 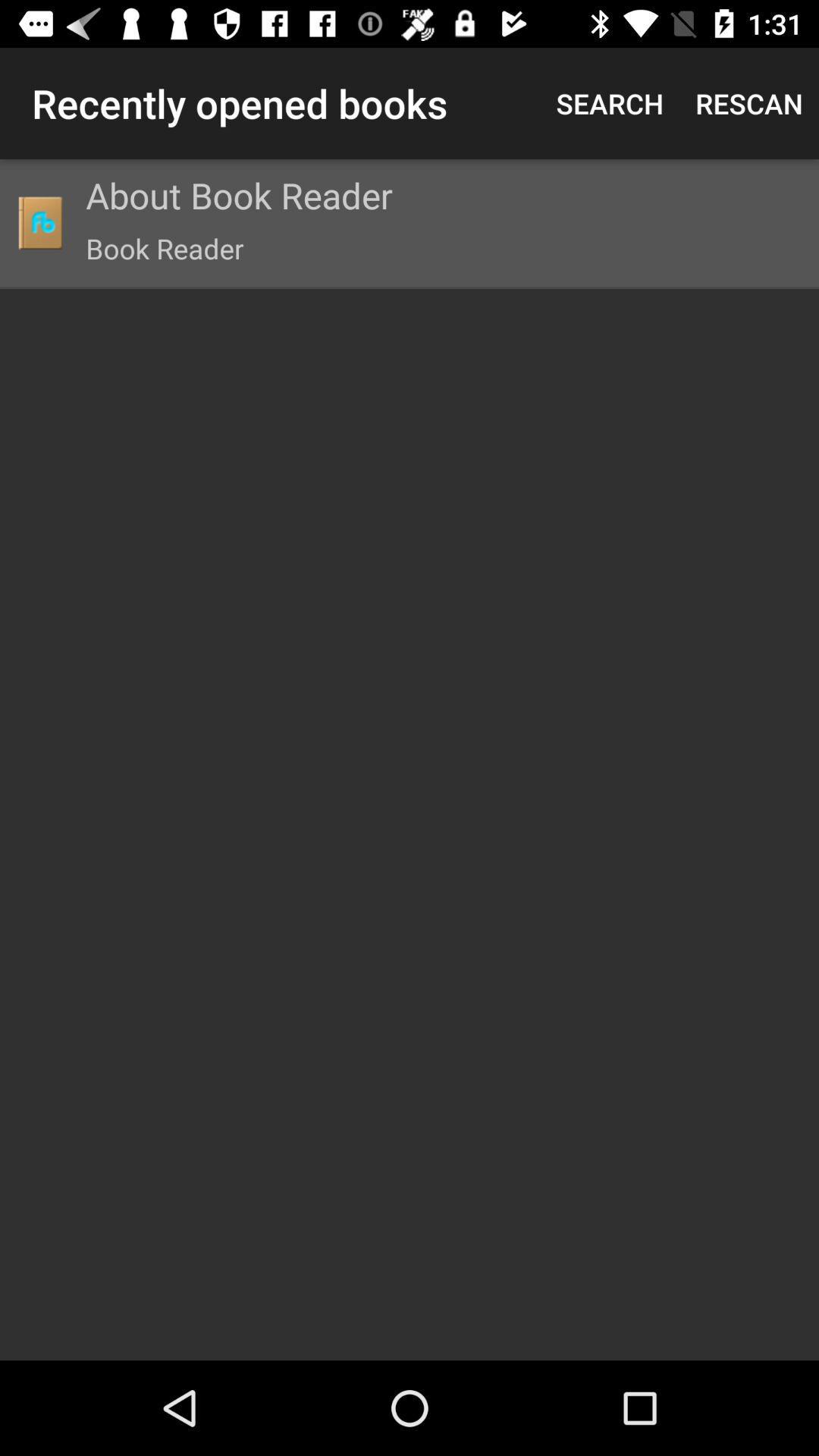 I want to click on the item next to the about book reader icon, so click(x=39, y=221).